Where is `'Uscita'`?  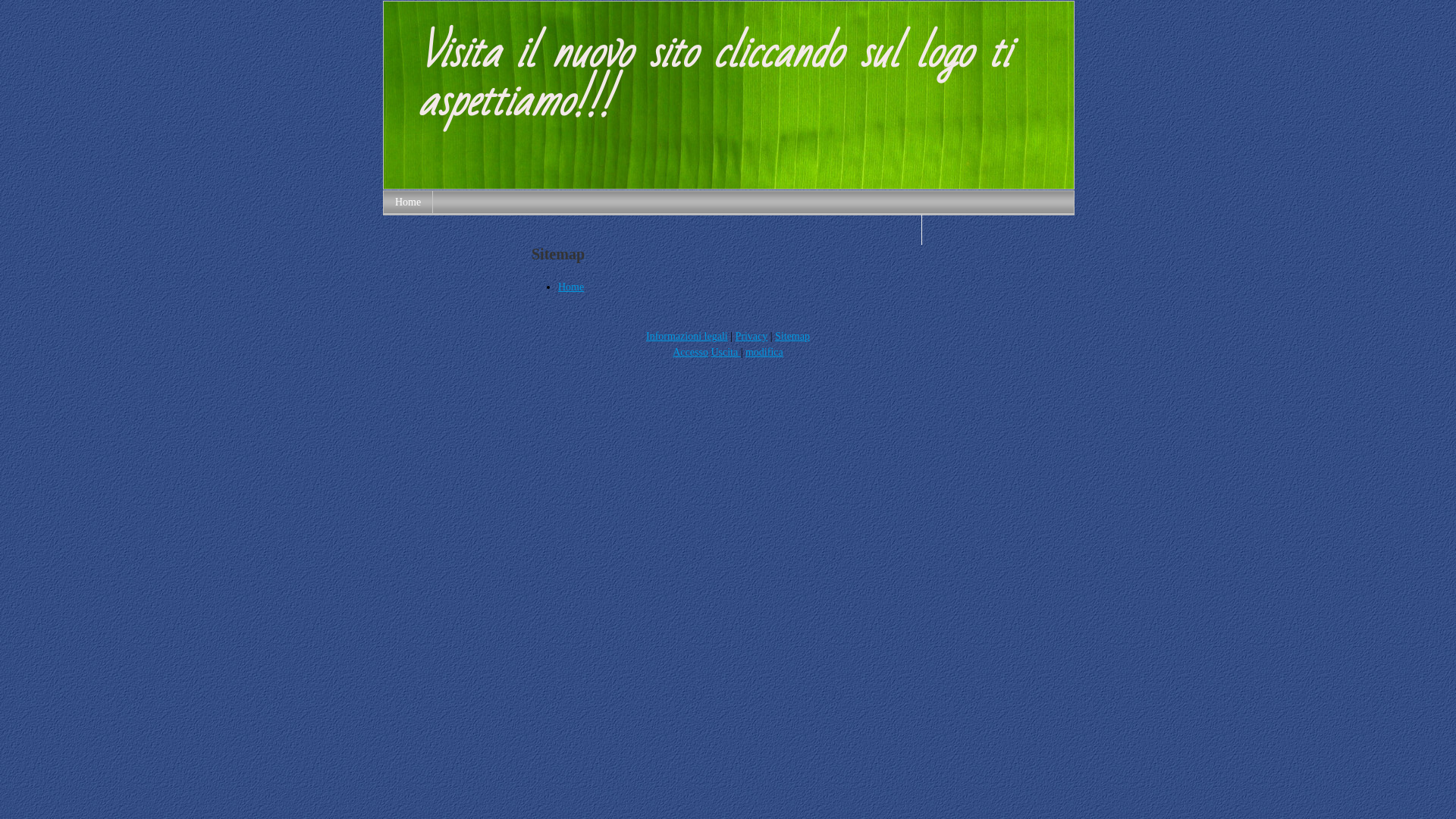 'Uscita' is located at coordinates (724, 352).